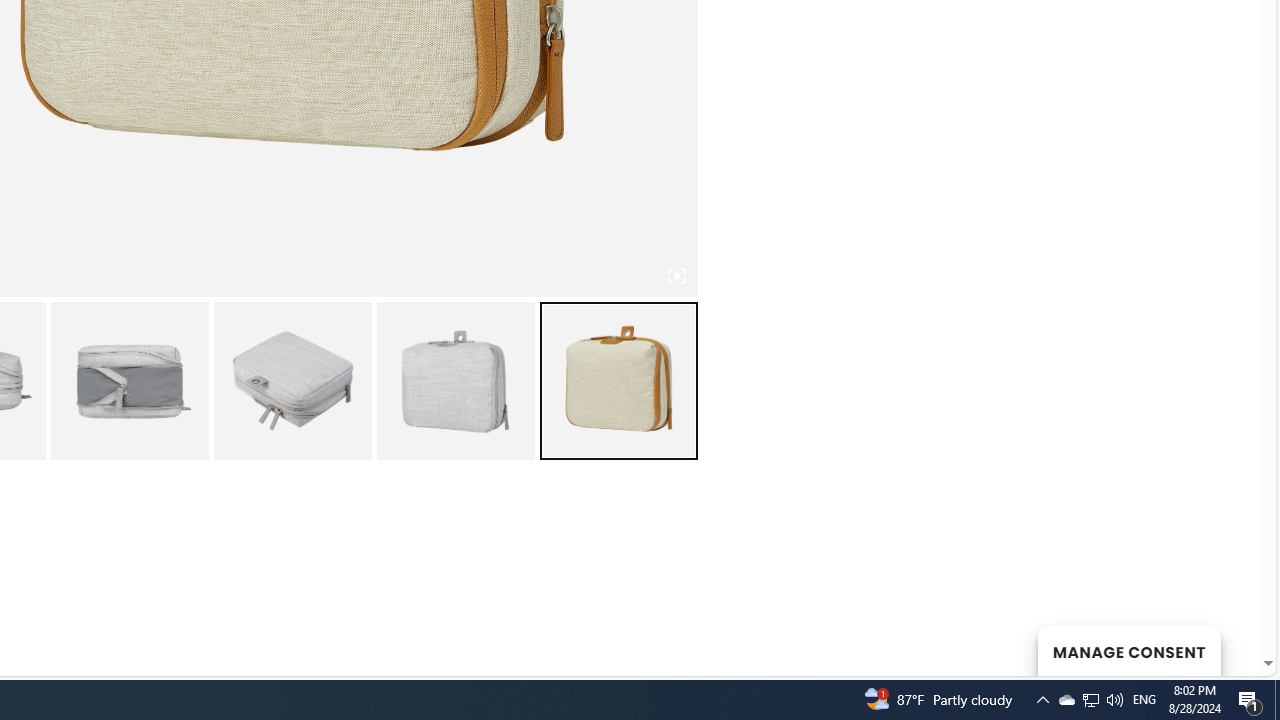 Image resolution: width=1280 pixels, height=720 pixels. I want to click on 'MANAGE CONSENT', so click(1128, 650).